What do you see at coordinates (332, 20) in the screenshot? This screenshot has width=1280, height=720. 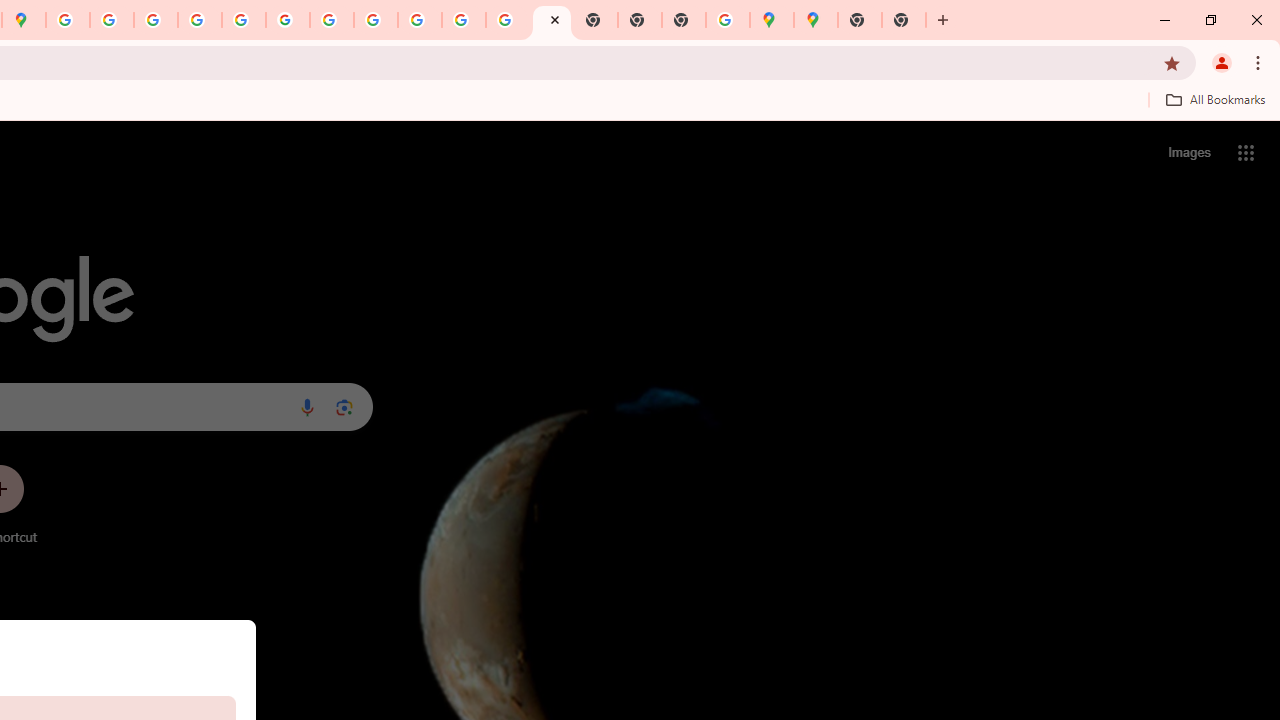 I see `'YouTube'` at bounding box center [332, 20].